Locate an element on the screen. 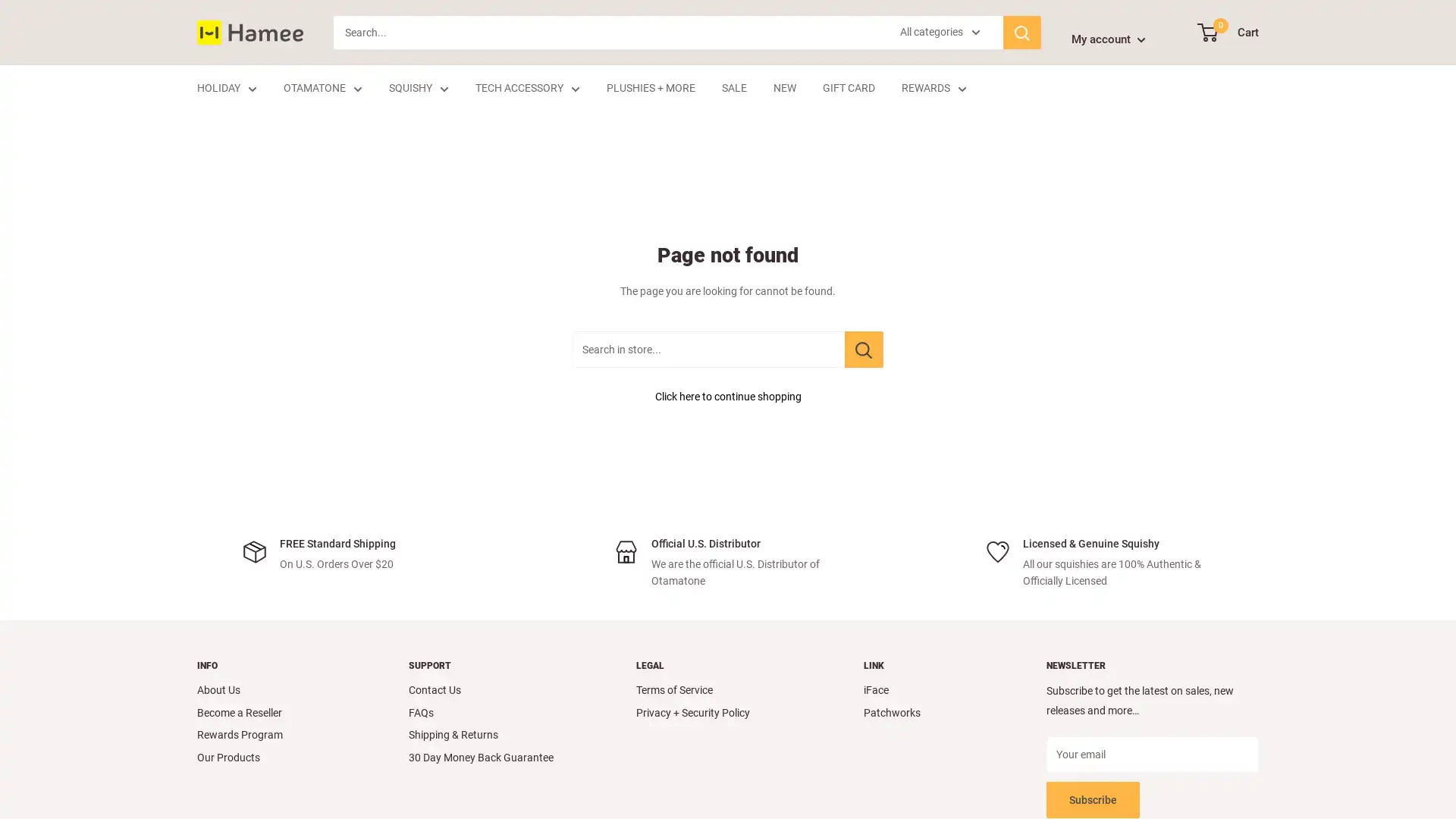  Search is located at coordinates (1022, 32).